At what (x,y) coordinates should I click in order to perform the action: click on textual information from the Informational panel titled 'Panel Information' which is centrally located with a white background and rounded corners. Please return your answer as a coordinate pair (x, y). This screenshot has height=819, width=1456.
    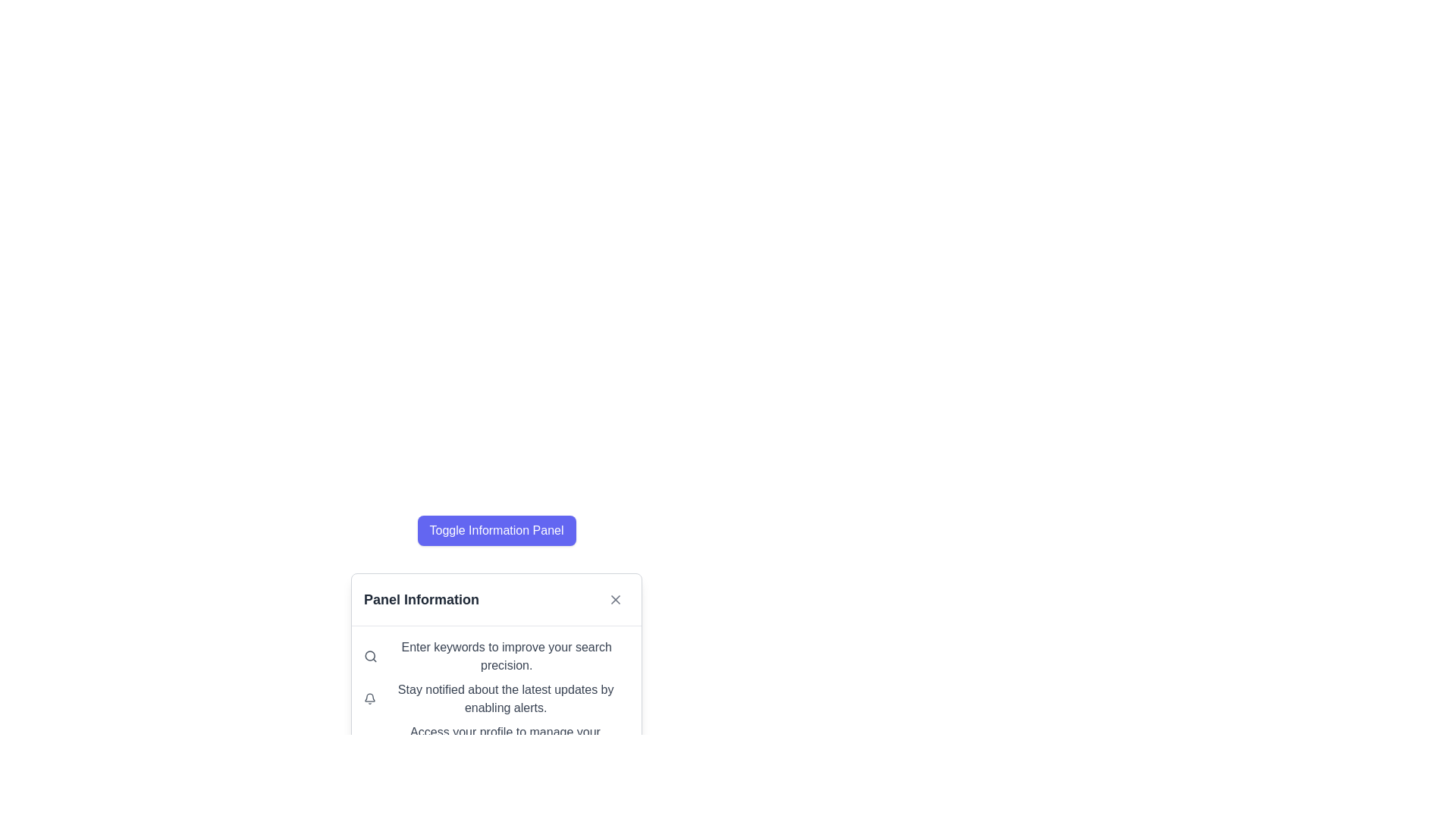
    Looking at the image, I should click on (496, 600).